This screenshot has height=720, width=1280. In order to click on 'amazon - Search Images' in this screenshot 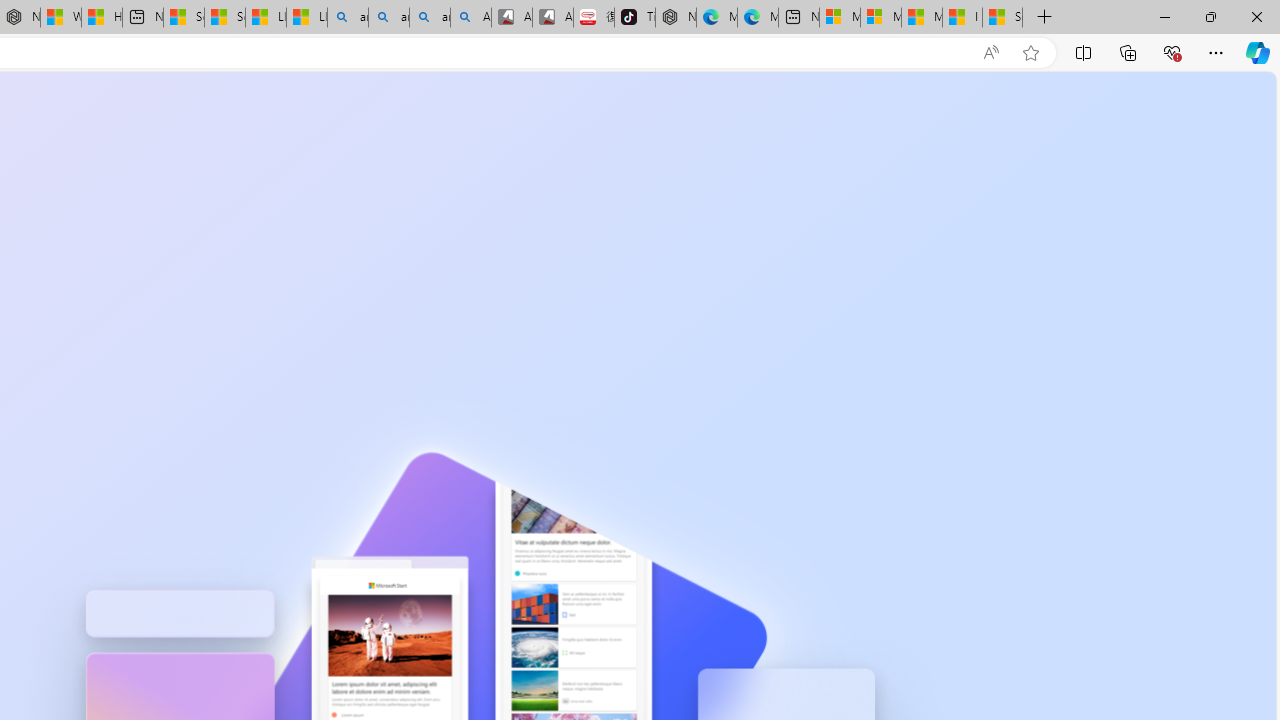, I will do `click(429, 17)`.